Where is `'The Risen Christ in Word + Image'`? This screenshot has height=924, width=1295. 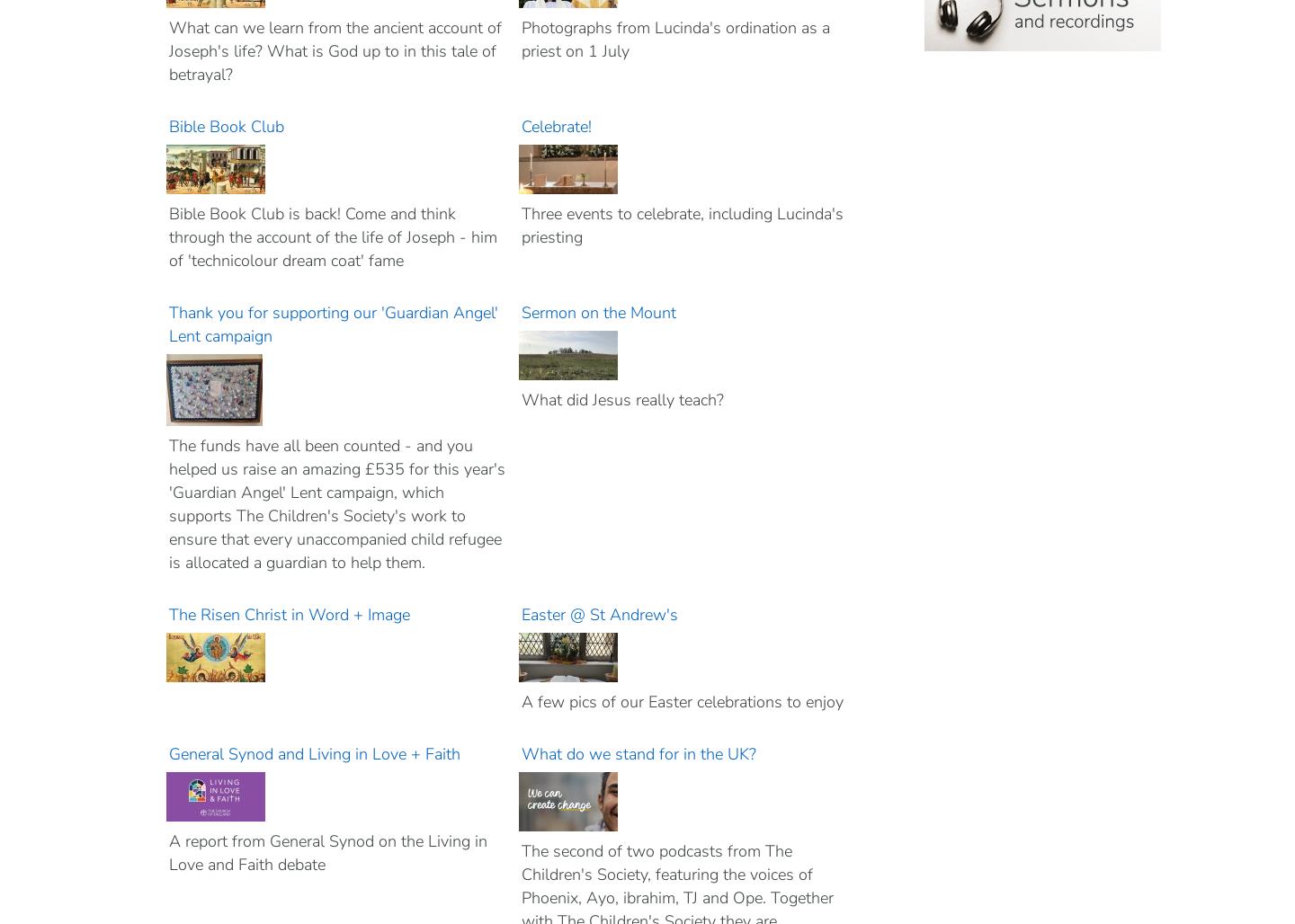 'The Risen Christ in Word + Image' is located at coordinates (291, 615).